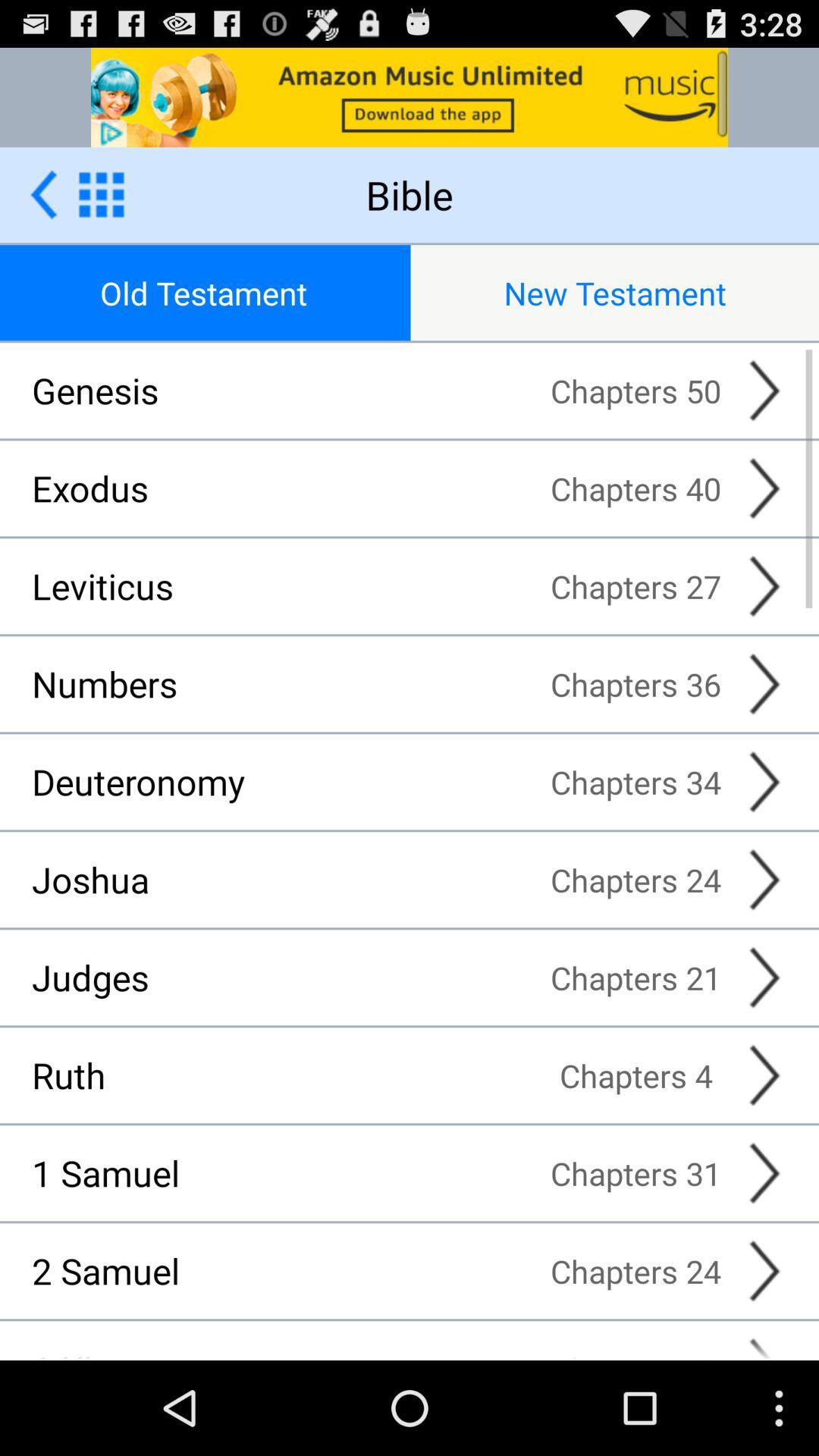 This screenshot has height=1456, width=819. Describe the element at coordinates (42, 193) in the screenshot. I see `go back` at that location.